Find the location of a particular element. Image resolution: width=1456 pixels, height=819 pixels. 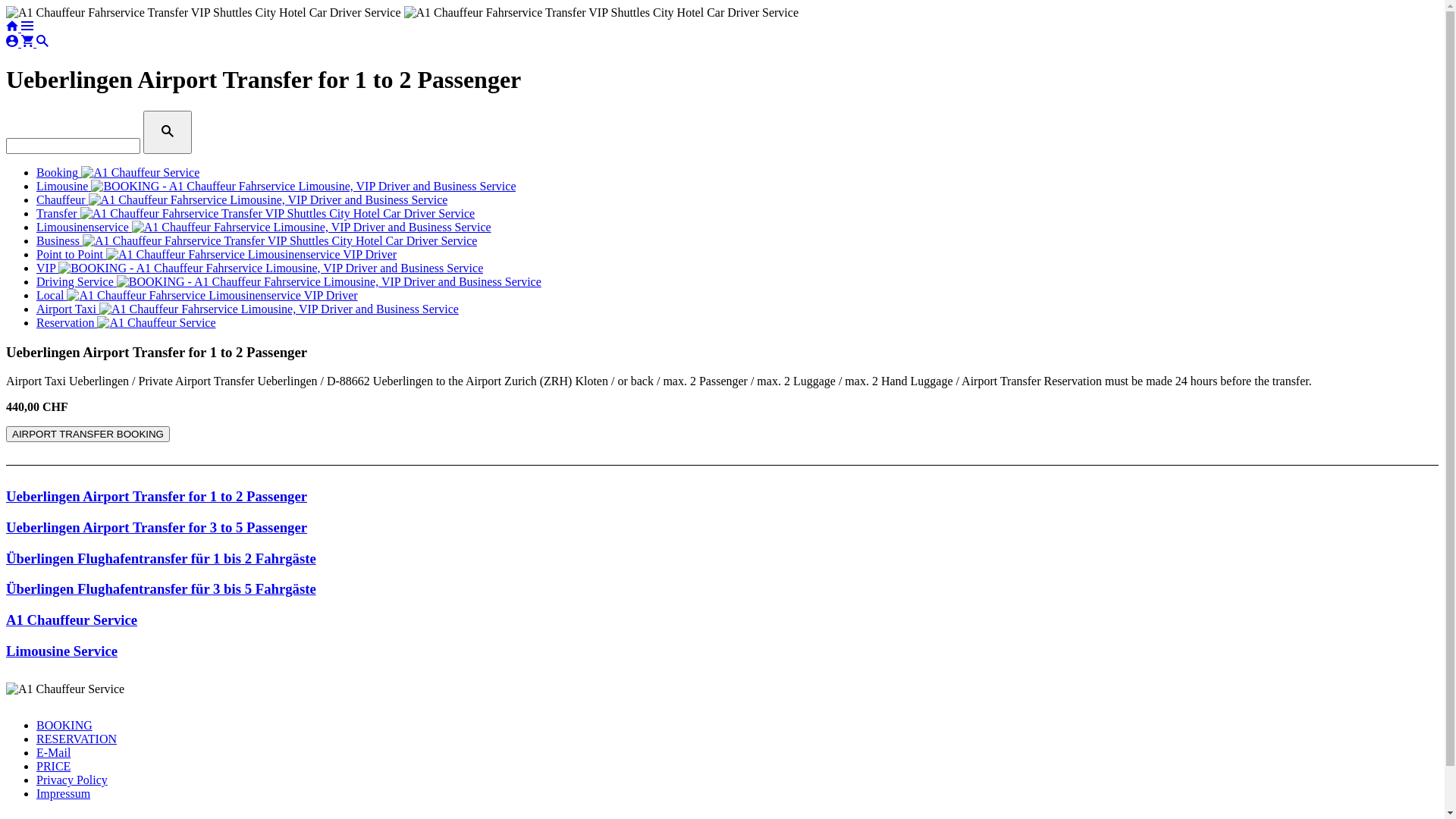

'BOOKING' is located at coordinates (64, 724).